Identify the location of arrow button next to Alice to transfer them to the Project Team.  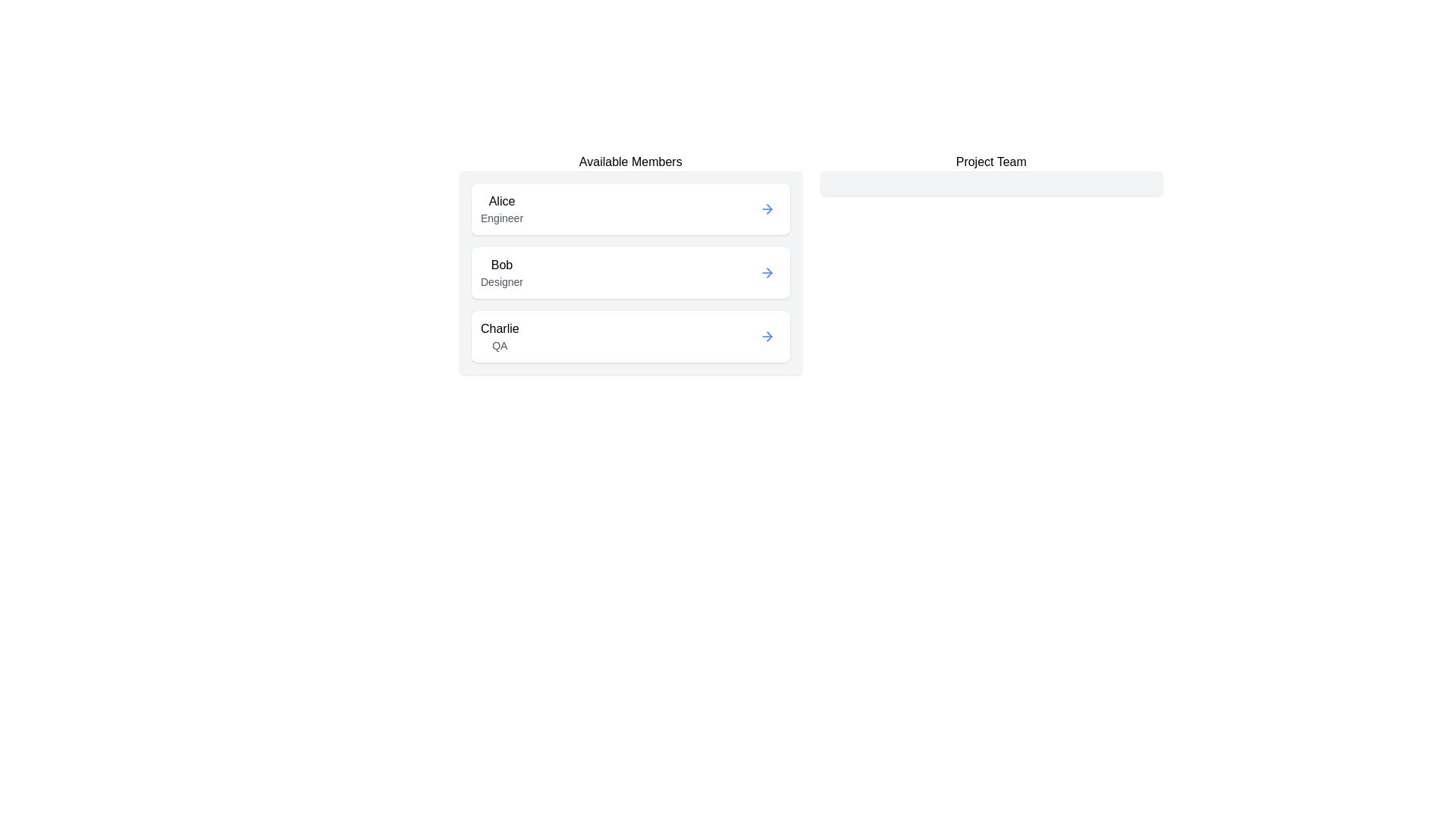
(767, 209).